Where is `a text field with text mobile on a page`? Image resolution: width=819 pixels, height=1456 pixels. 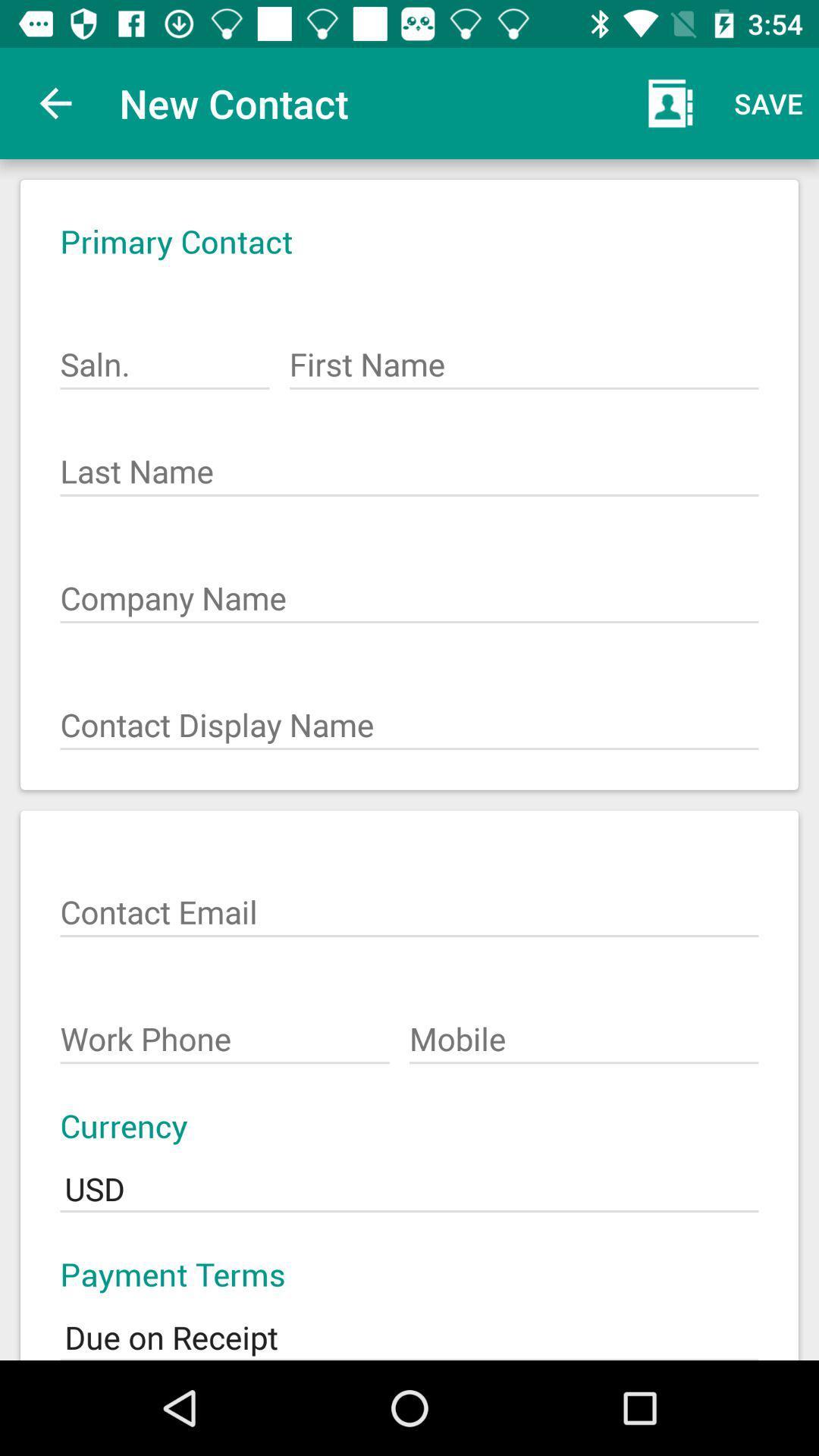
a text field with text mobile on a page is located at coordinates (583, 1031).